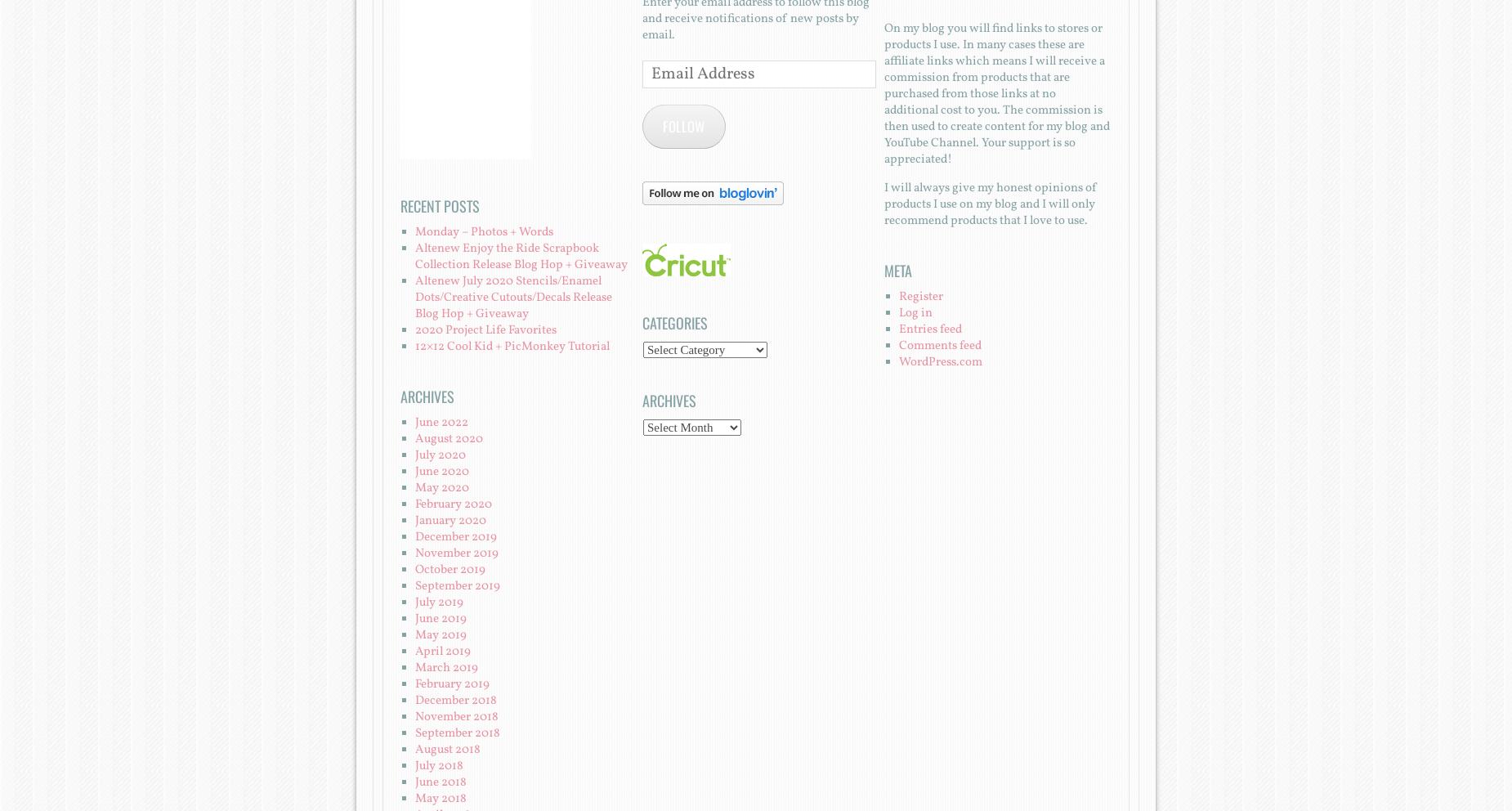 The height and width of the screenshot is (811, 1512). Describe the element at coordinates (989, 203) in the screenshot. I see `'I will always give my honest opinions of products I use on my blog and I will only recommend products that I love to use.'` at that location.